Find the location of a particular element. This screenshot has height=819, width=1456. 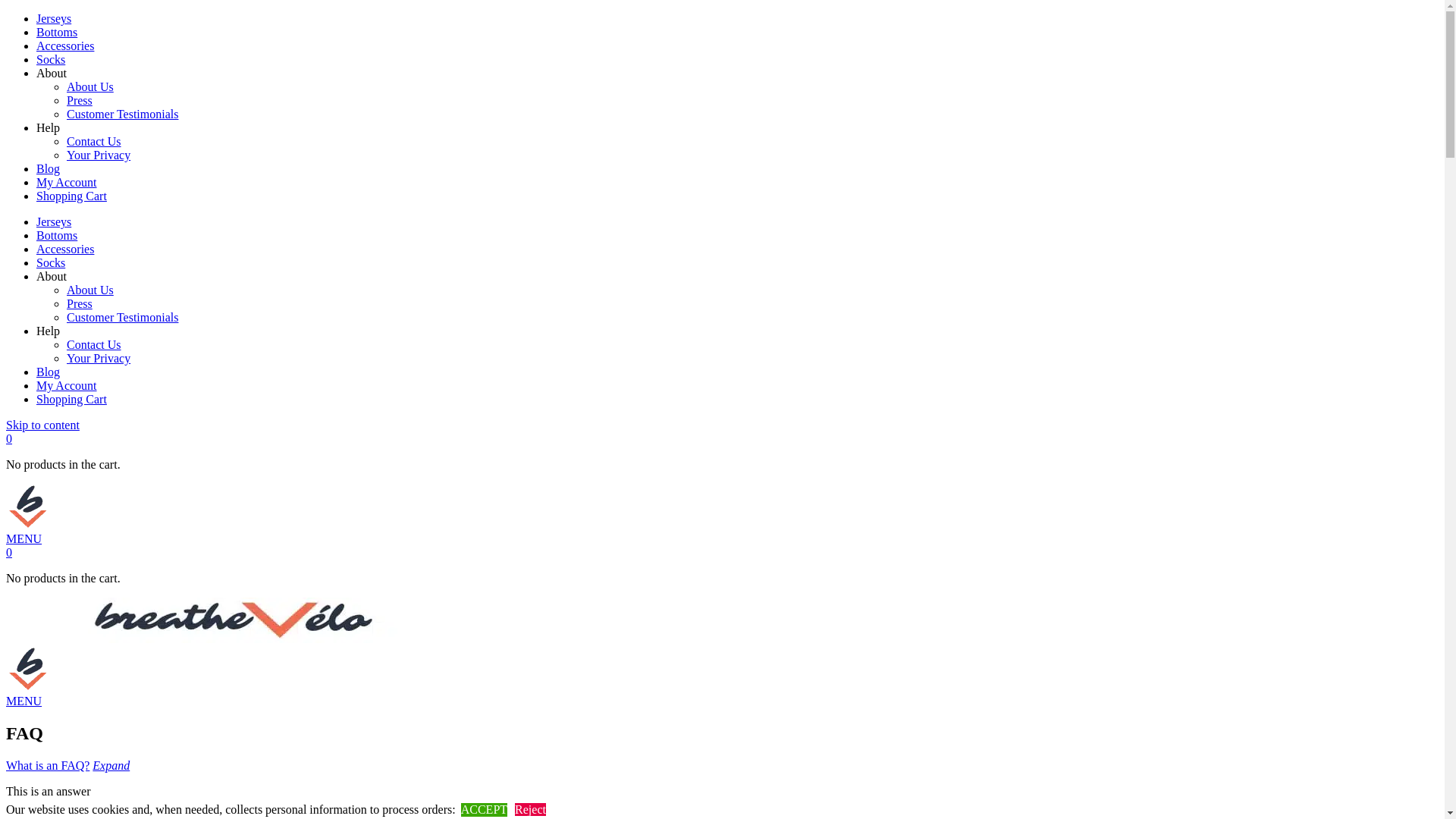

'Customer Testimonials' is located at coordinates (65, 316).